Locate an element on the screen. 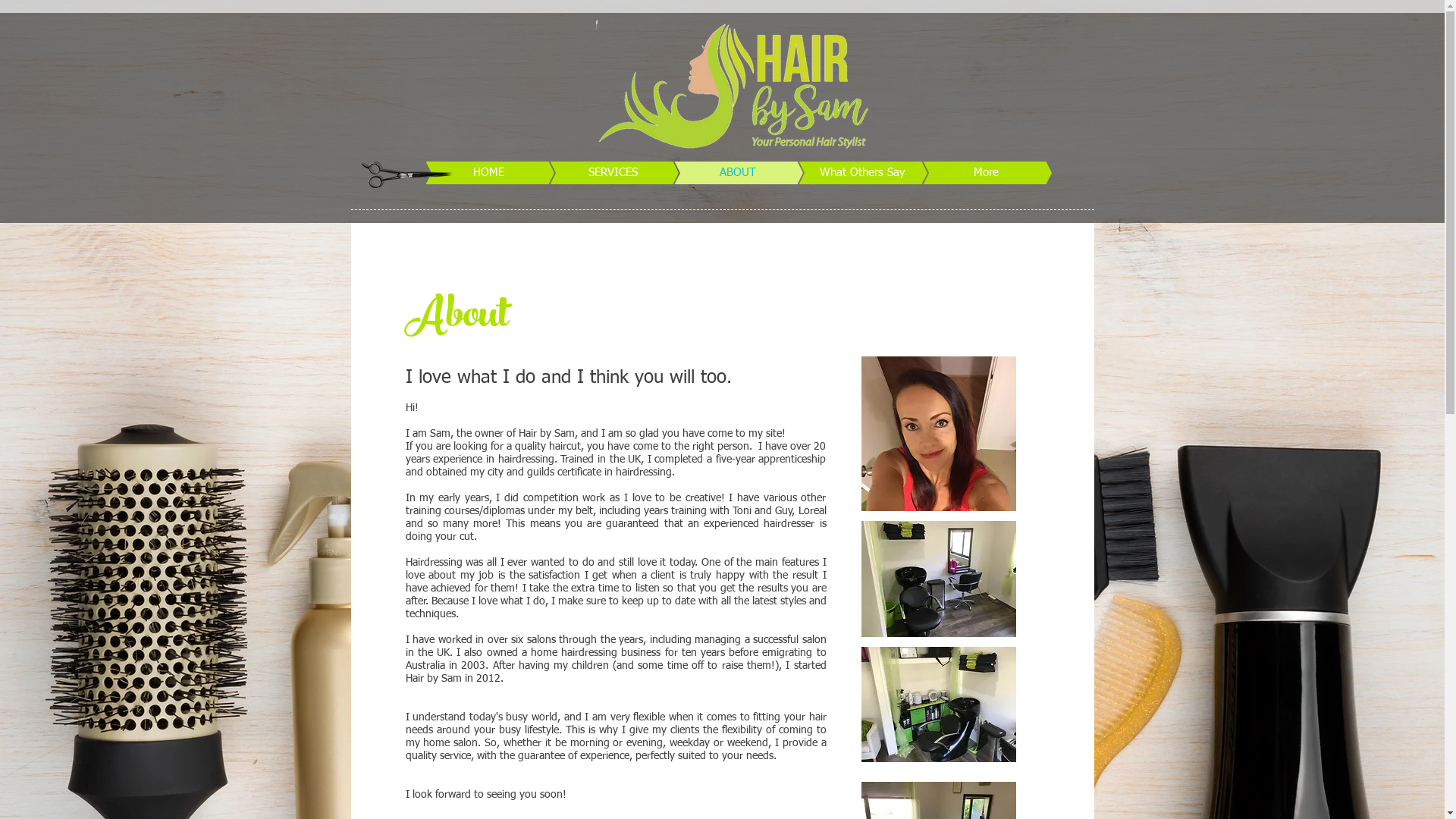 Image resolution: width=1456 pixels, height=819 pixels. 'ABOUT' is located at coordinates (713, 171).